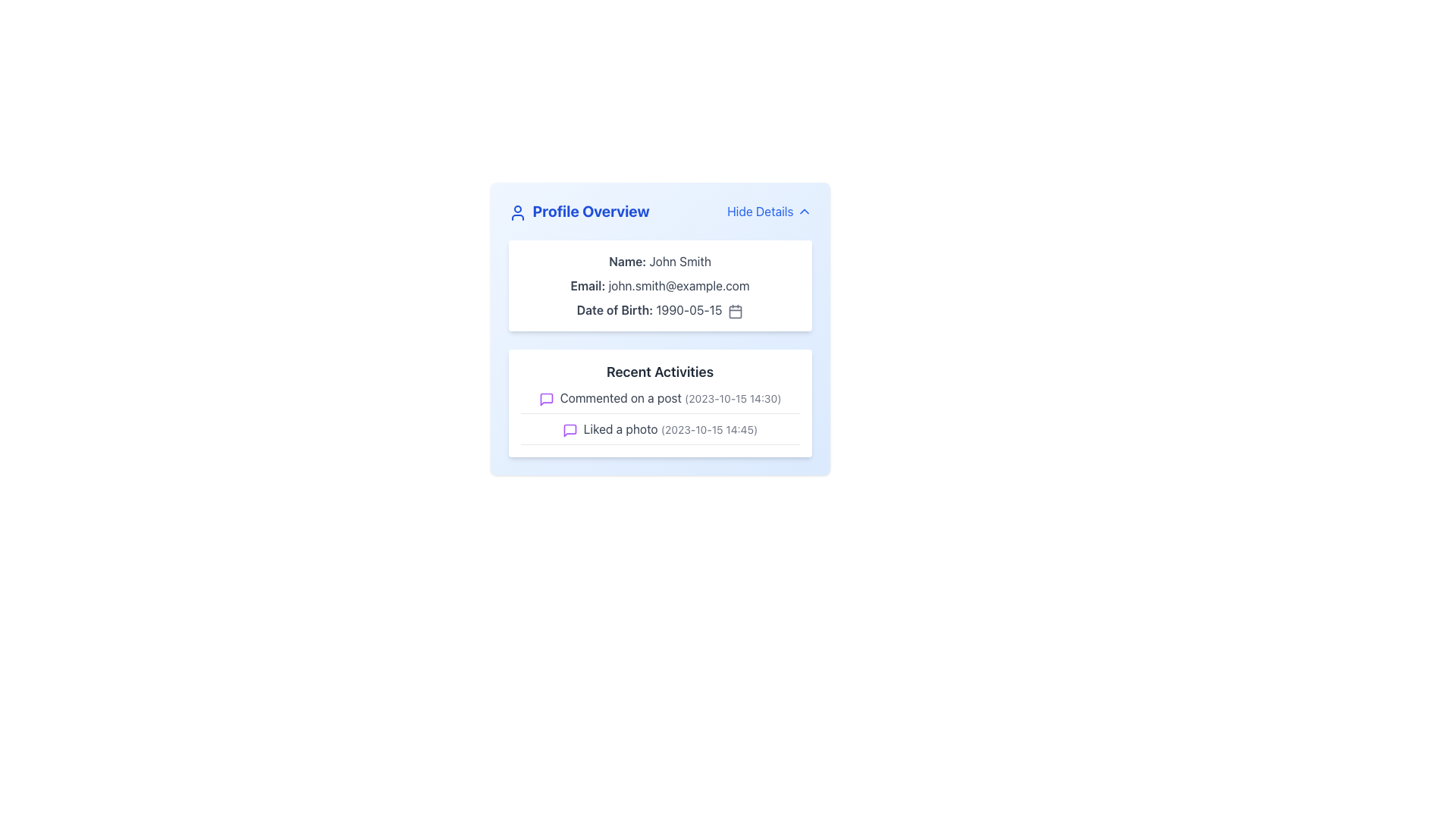 The image size is (1456, 819). What do you see at coordinates (569, 430) in the screenshot?
I see `the first icon in the 'Recent Activities' section of the profile card, located to the left of the text 'Liked a photo (2023-10-15 14:45)'` at bounding box center [569, 430].